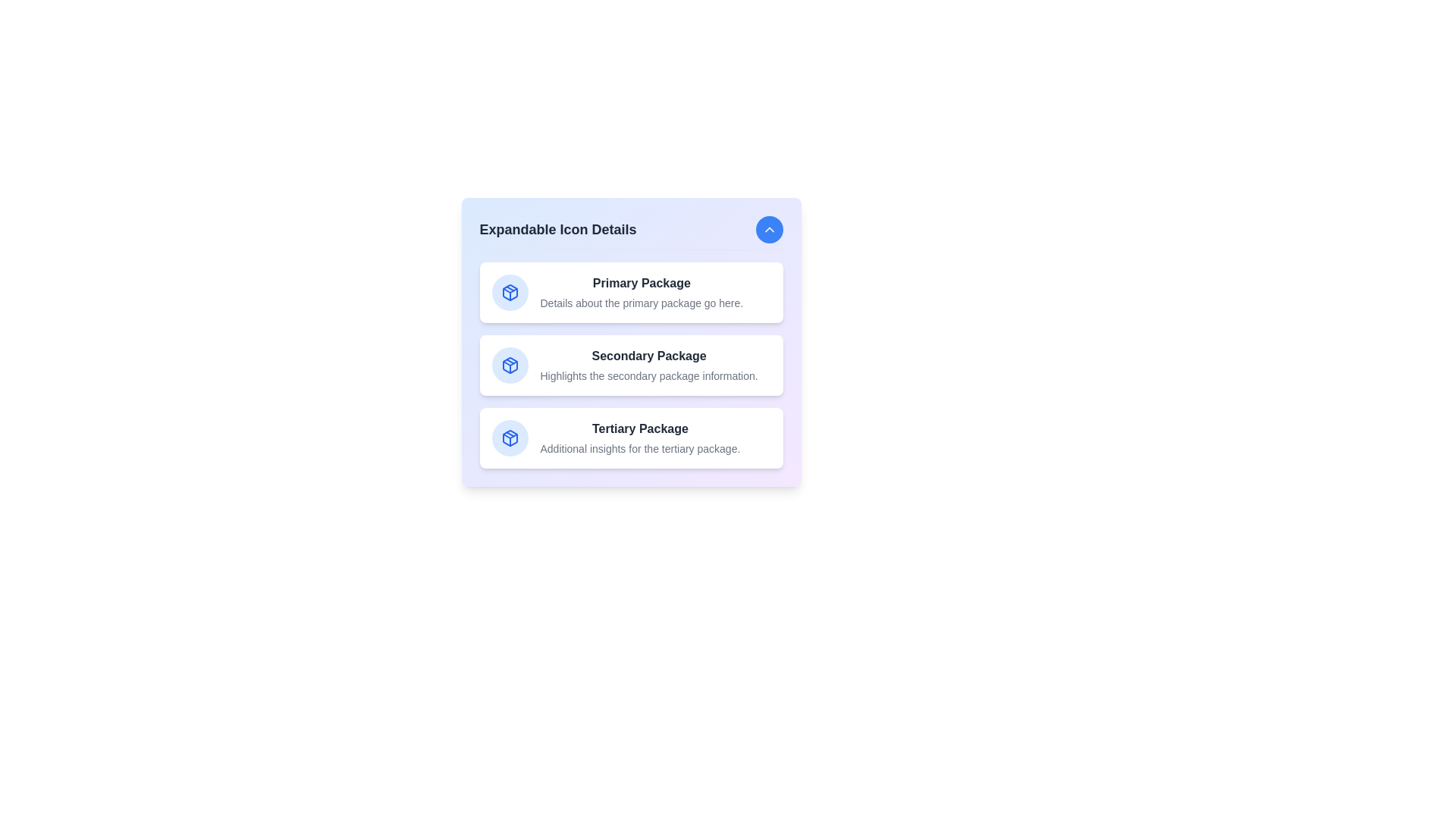 The image size is (1456, 819). I want to click on text content from the Text block titled 'Tertiary Package', which contains the description 'Additional insights for the tertiary package.', so click(640, 438).